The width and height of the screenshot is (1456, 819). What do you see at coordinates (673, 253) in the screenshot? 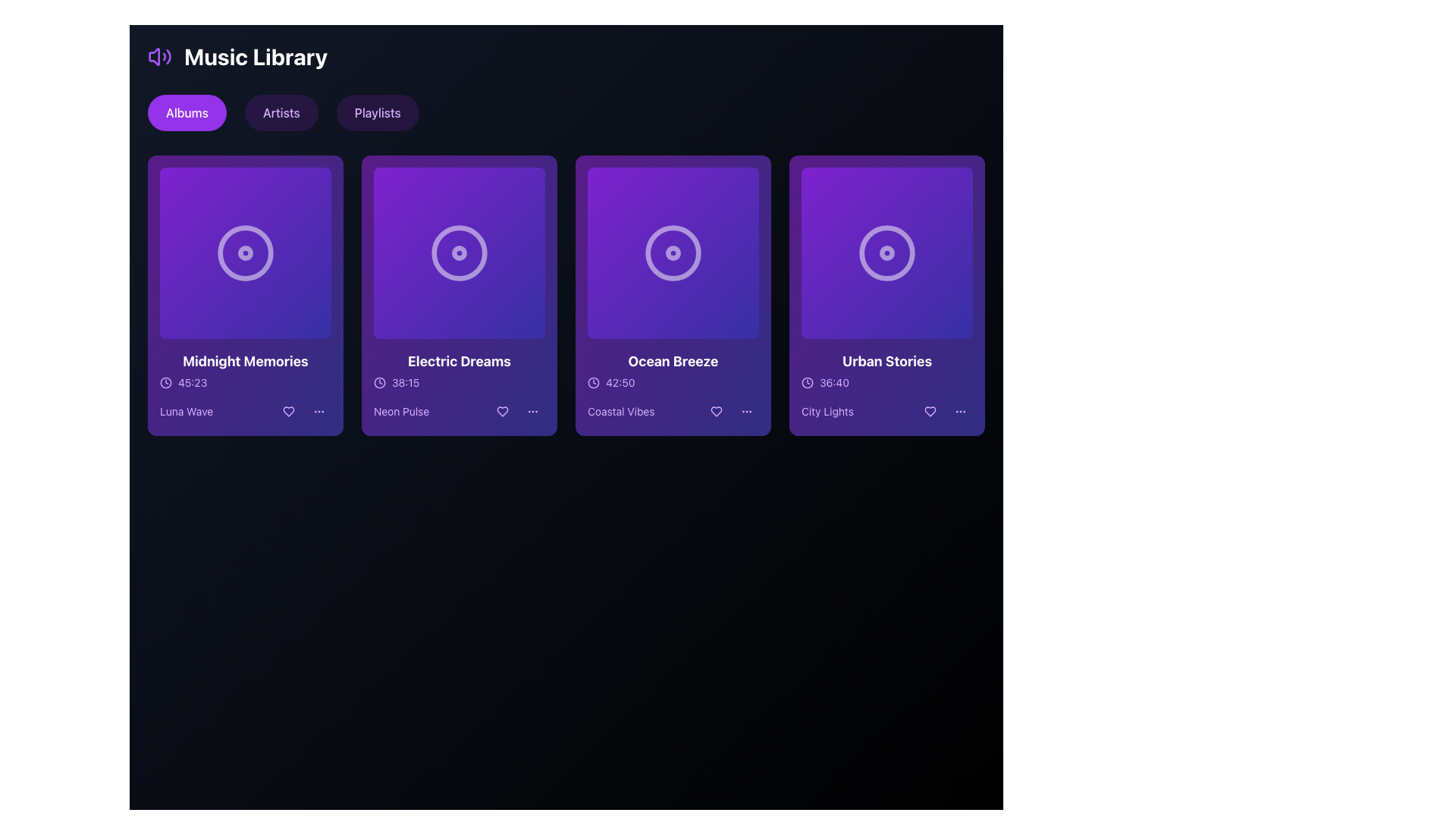
I see `the play icon in the third card of the horizontally aligned album cards` at bounding box center [673, 253].